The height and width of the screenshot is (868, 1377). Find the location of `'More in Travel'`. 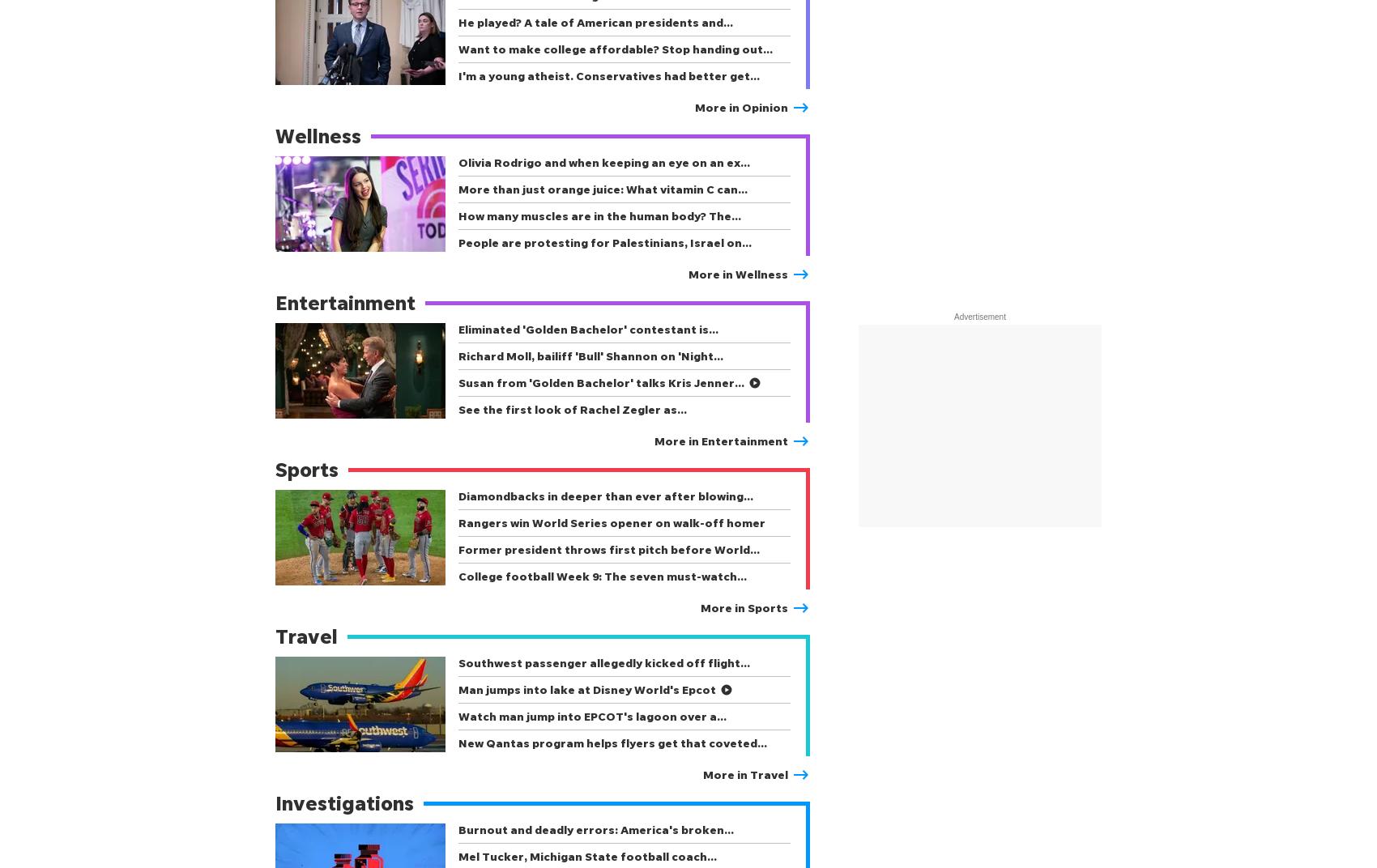

'More in Travel' is located at coordinates (745, 773).